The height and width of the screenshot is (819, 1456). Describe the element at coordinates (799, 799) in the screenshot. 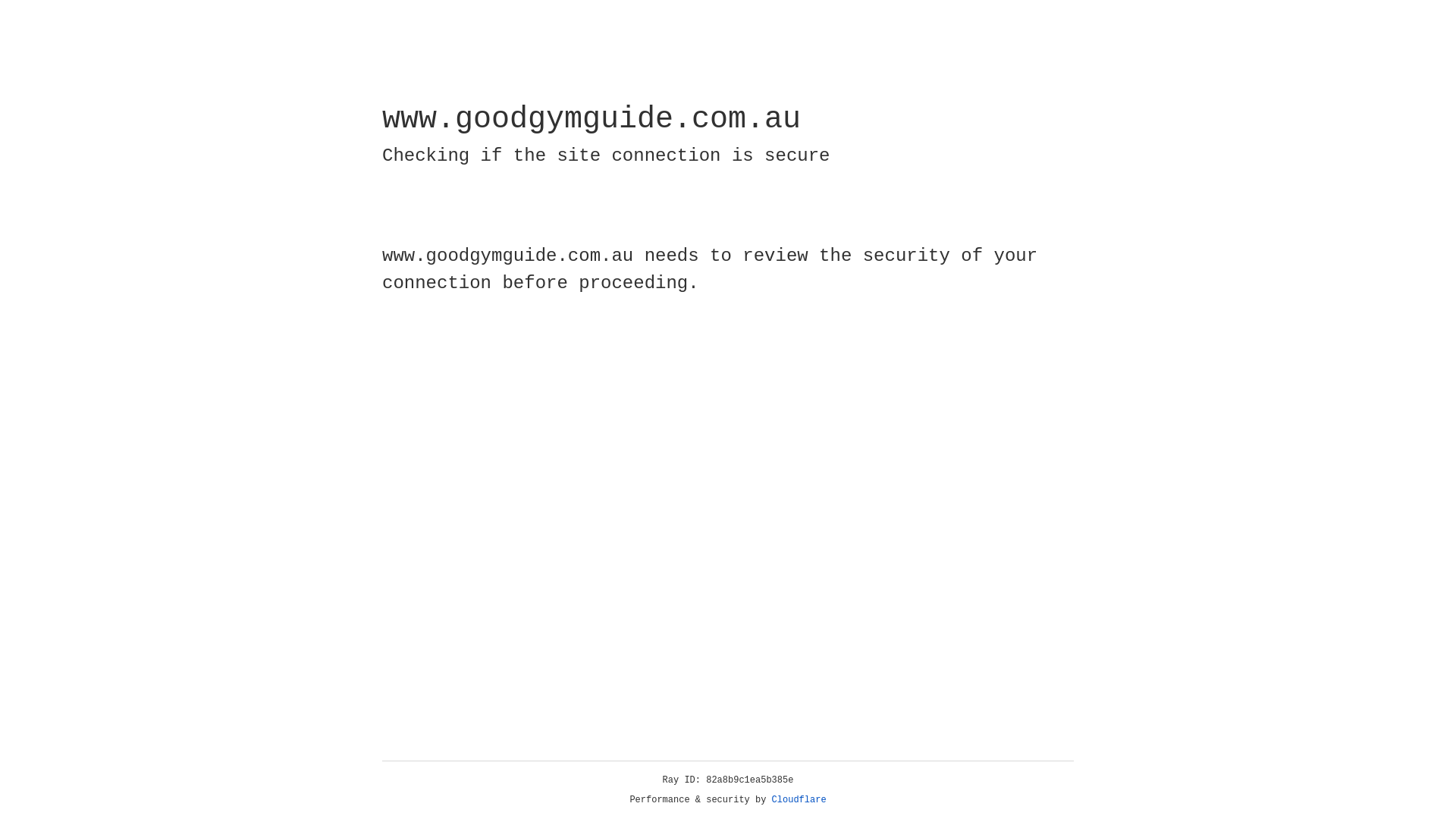

I see `'Cloudflare'` at that location.